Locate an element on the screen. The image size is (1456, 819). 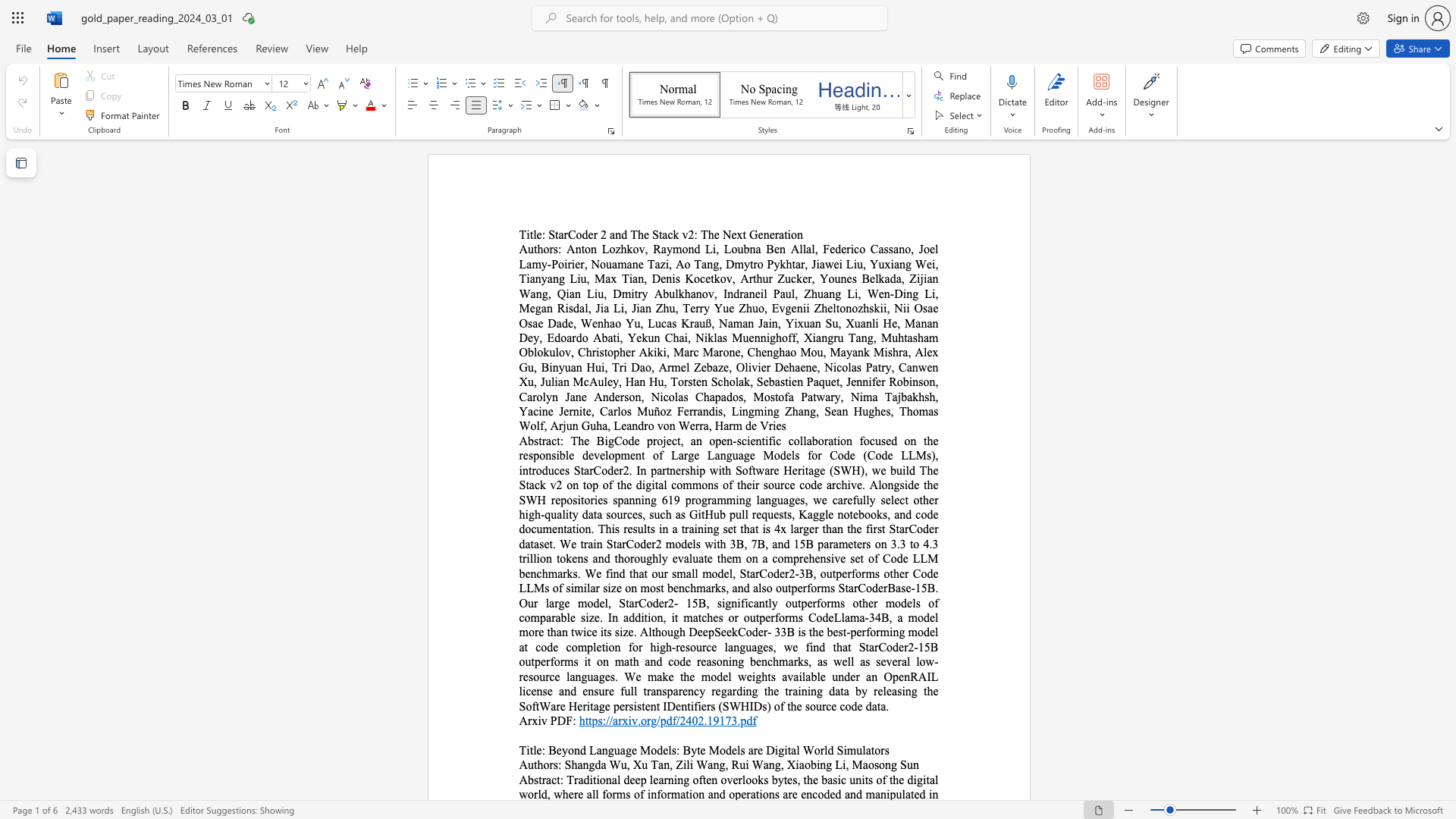
the subset text "rld Si" within the text "Beyond Language Models: Byte Models are Digital World Simulators" is located at coordinates (819, 749).